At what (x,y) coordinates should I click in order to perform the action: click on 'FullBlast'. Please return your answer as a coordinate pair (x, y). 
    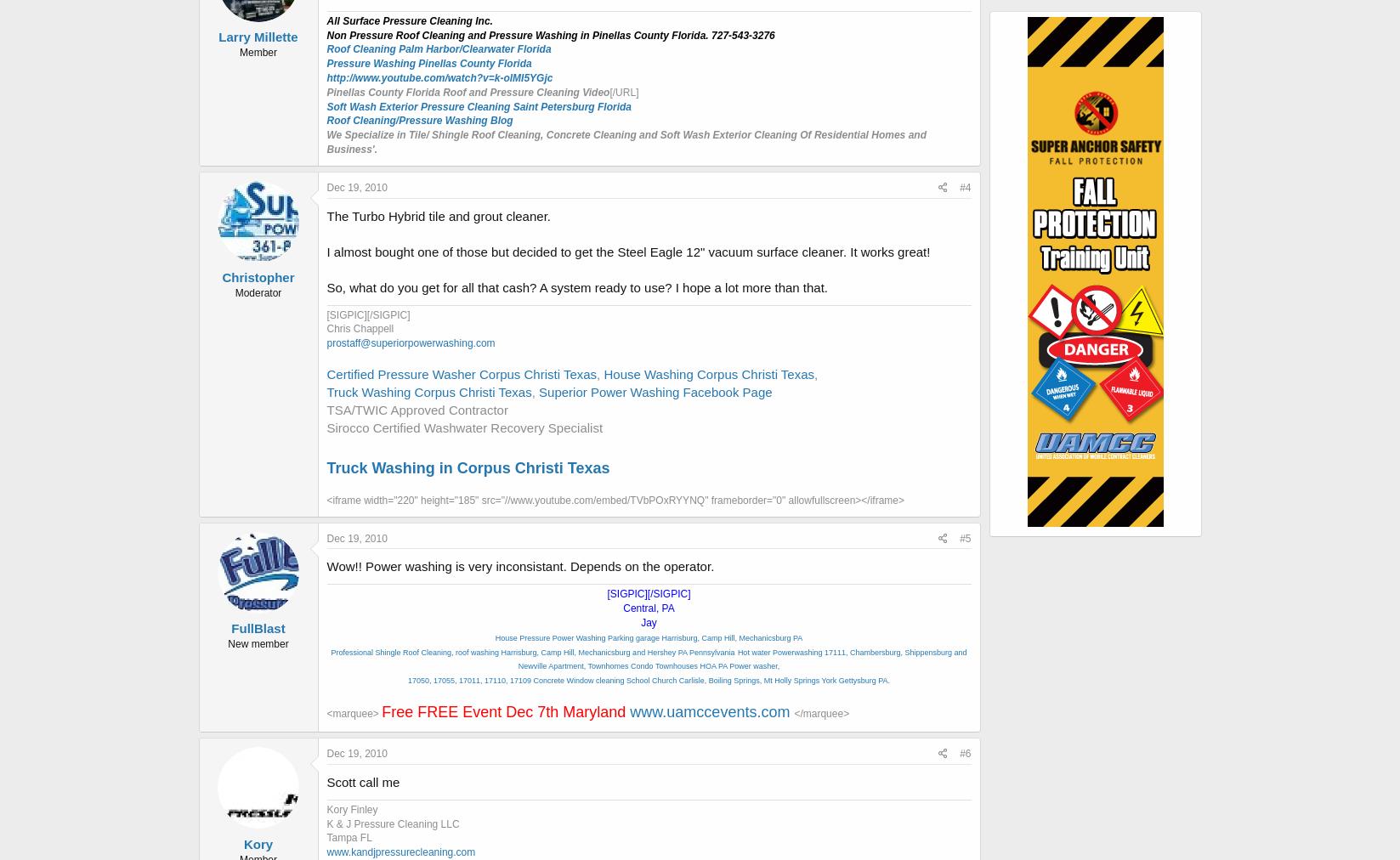
    Looking at the image, I should click on (257, 628).